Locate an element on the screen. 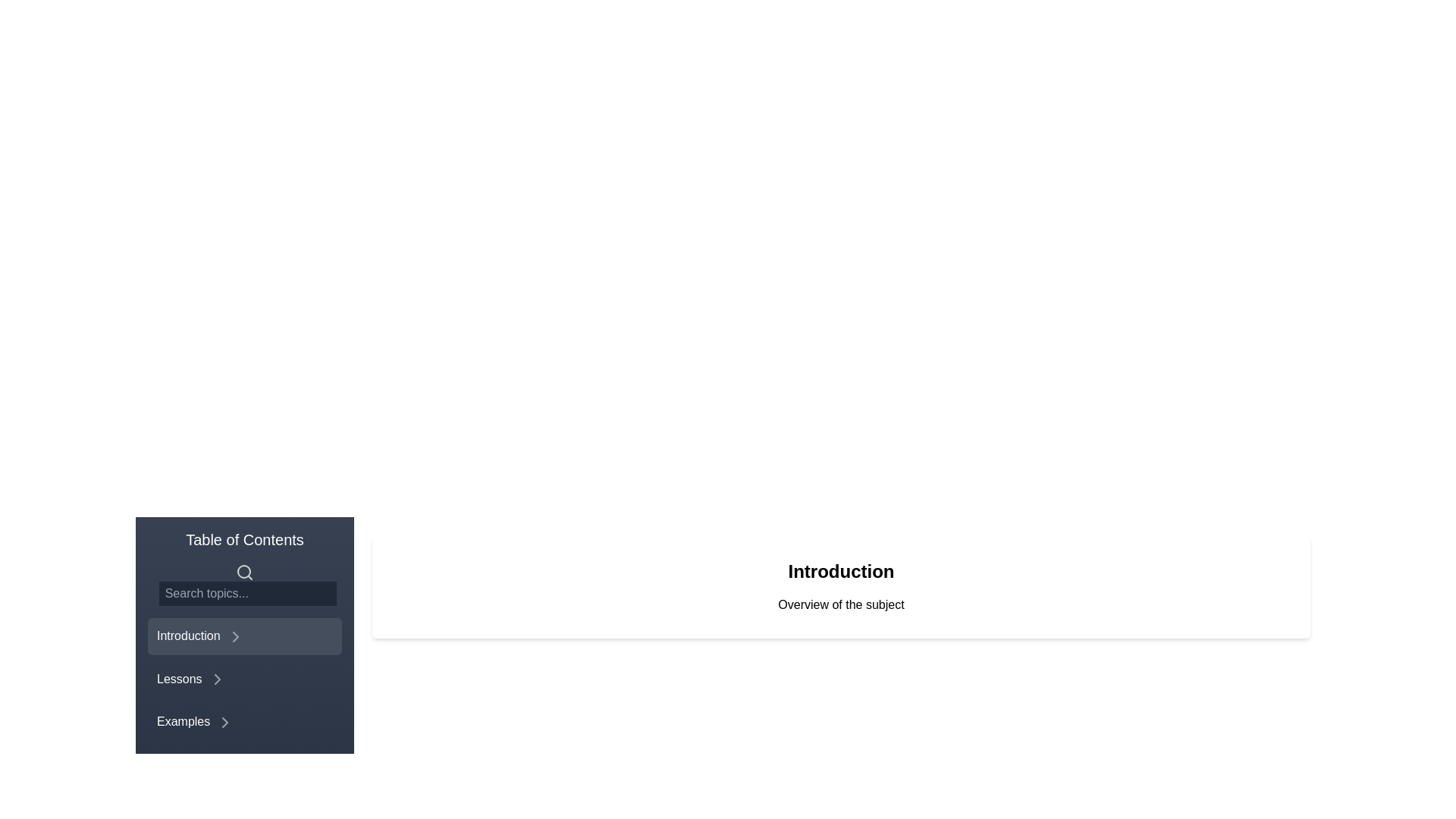  the chevron icon shaped like a rightward arrow, which is gray and located to the right of the 'Introduction' text in the 'Table of Contents' navigation menu is located at coordinates (234, 636).